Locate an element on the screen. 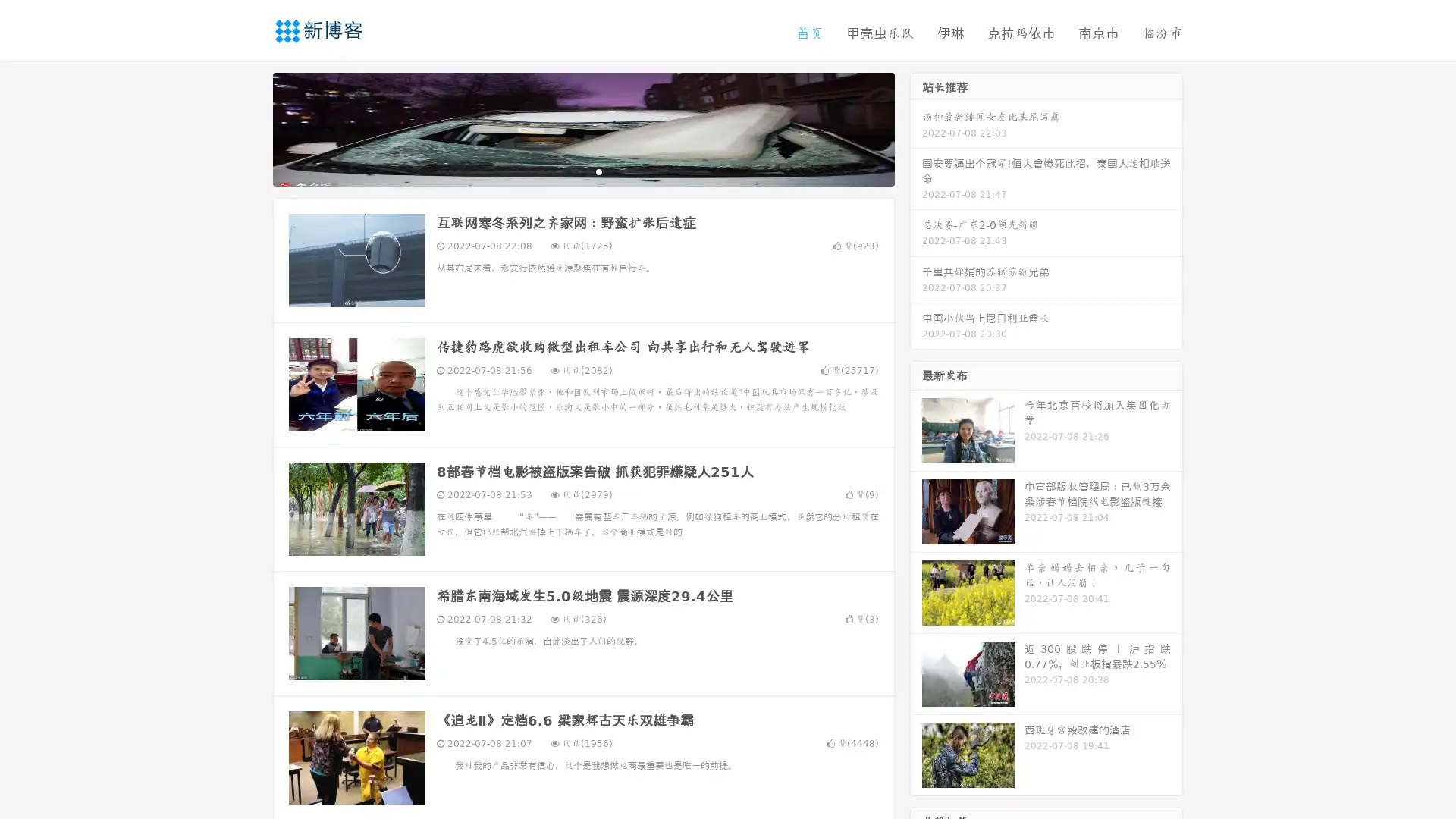 The height and width of the screenshot is (819, 1456). Previous slide is located at coordinates (250, 127).